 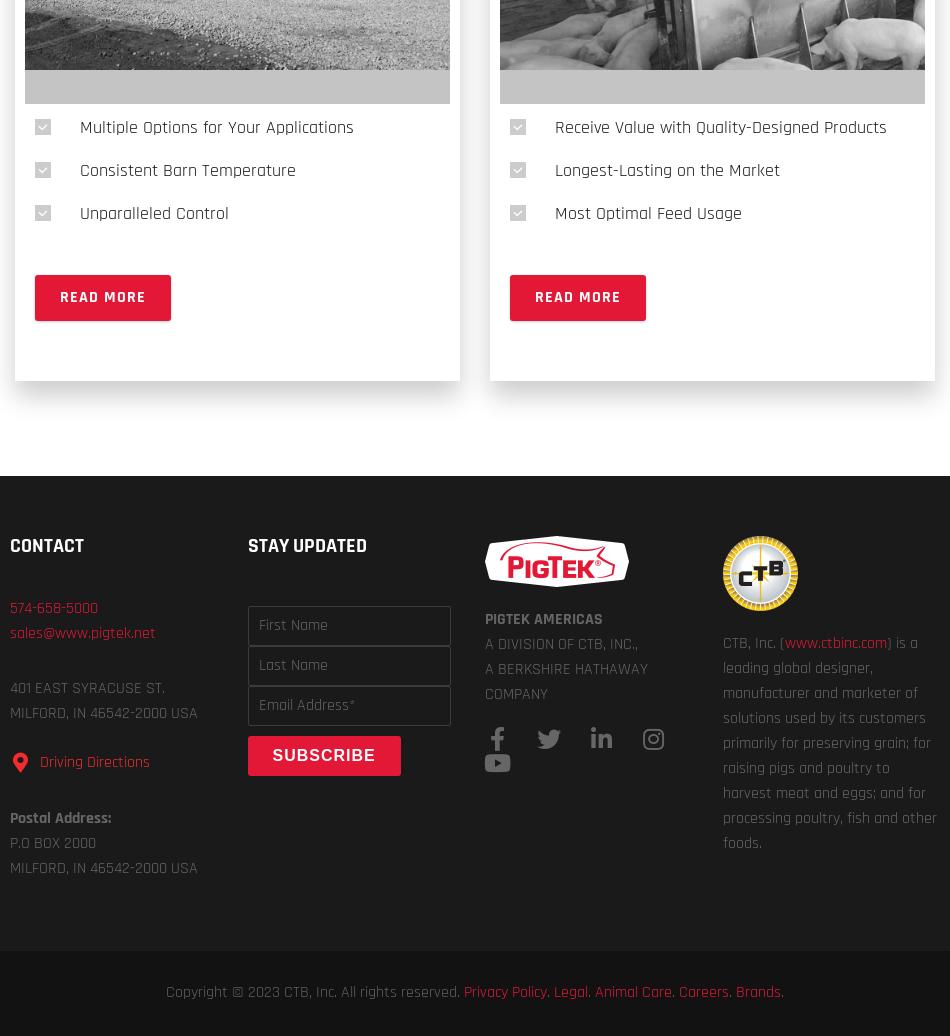 I want to click on 'PIGTEK AMERICAS', so click(x=543, y=619).